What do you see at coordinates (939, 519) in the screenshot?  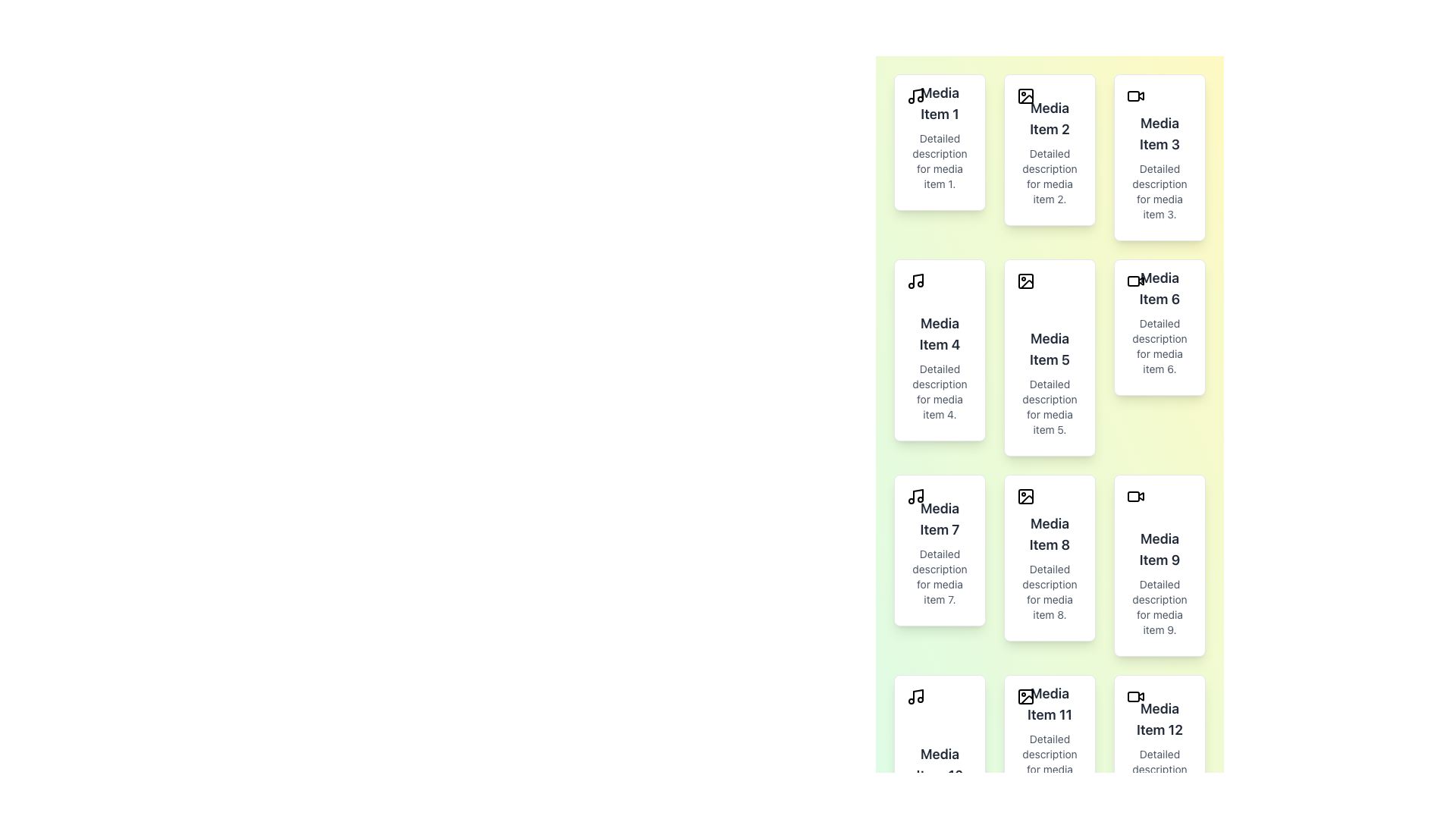 I see `the text label 'Media Item 7', which is prominently displayed in bold dark gray at the top of a card layout, located in the second column, third row of a grid` at bounding box center [939, 519].